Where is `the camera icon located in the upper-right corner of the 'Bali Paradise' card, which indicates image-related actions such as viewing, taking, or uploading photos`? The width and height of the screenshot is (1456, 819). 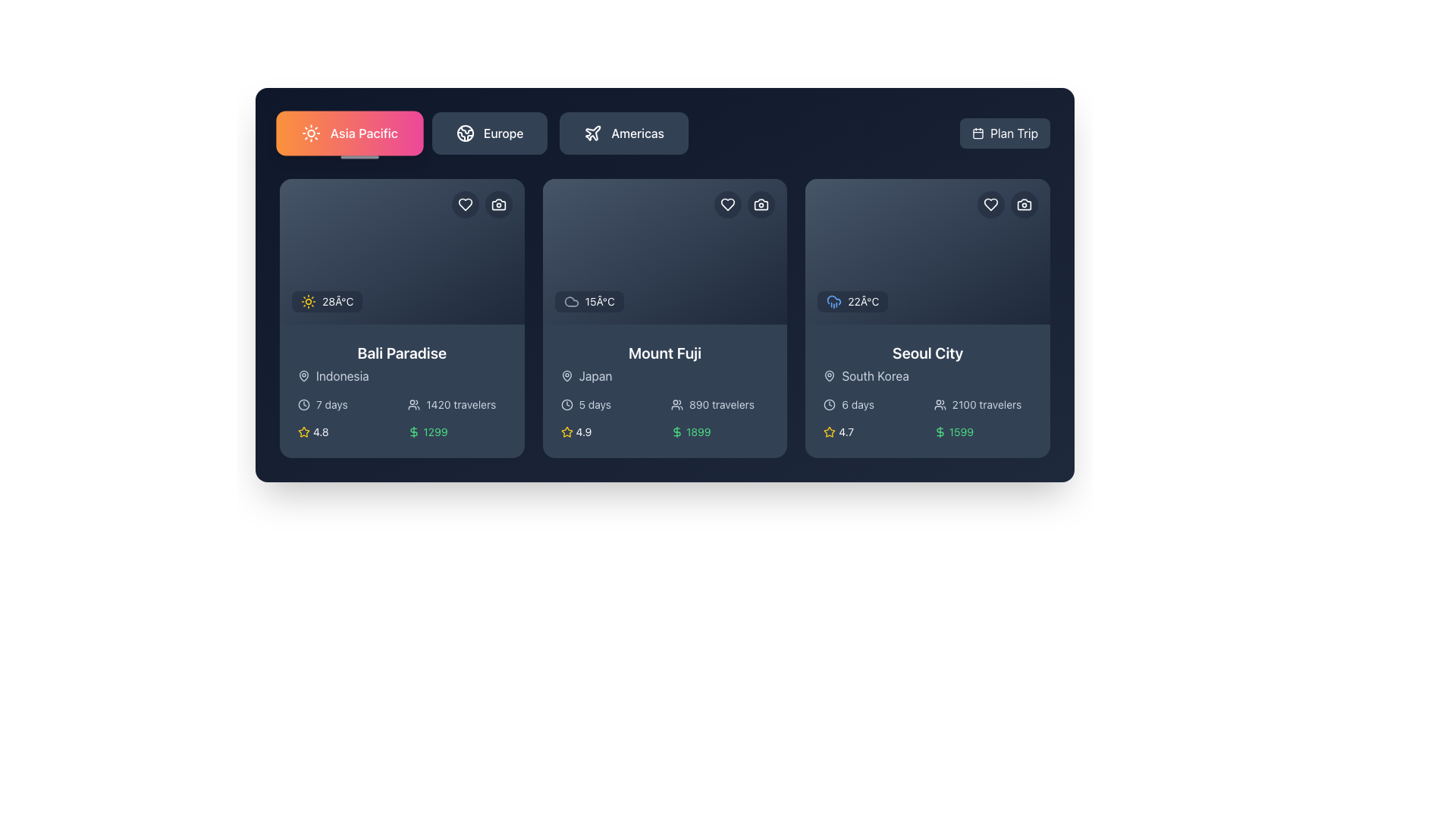
the camera icon located in the upper-right corner of the 'Bali Paradise' card, which indicates image-related actions such as viewing, taking, or uploading photos is located at coordinates (498, 205).